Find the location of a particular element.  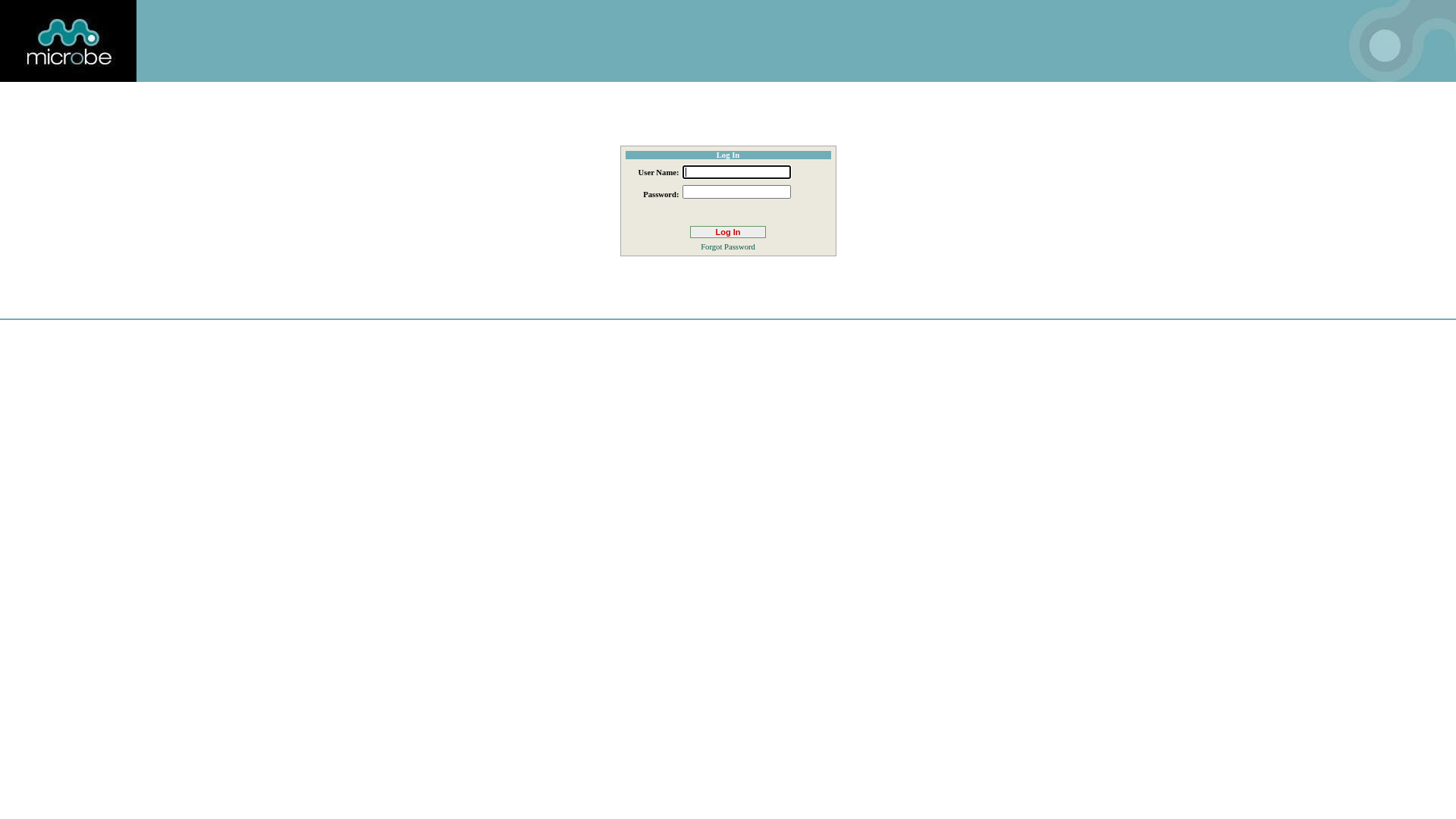

'Log In' is located at coordinates (728, 231).